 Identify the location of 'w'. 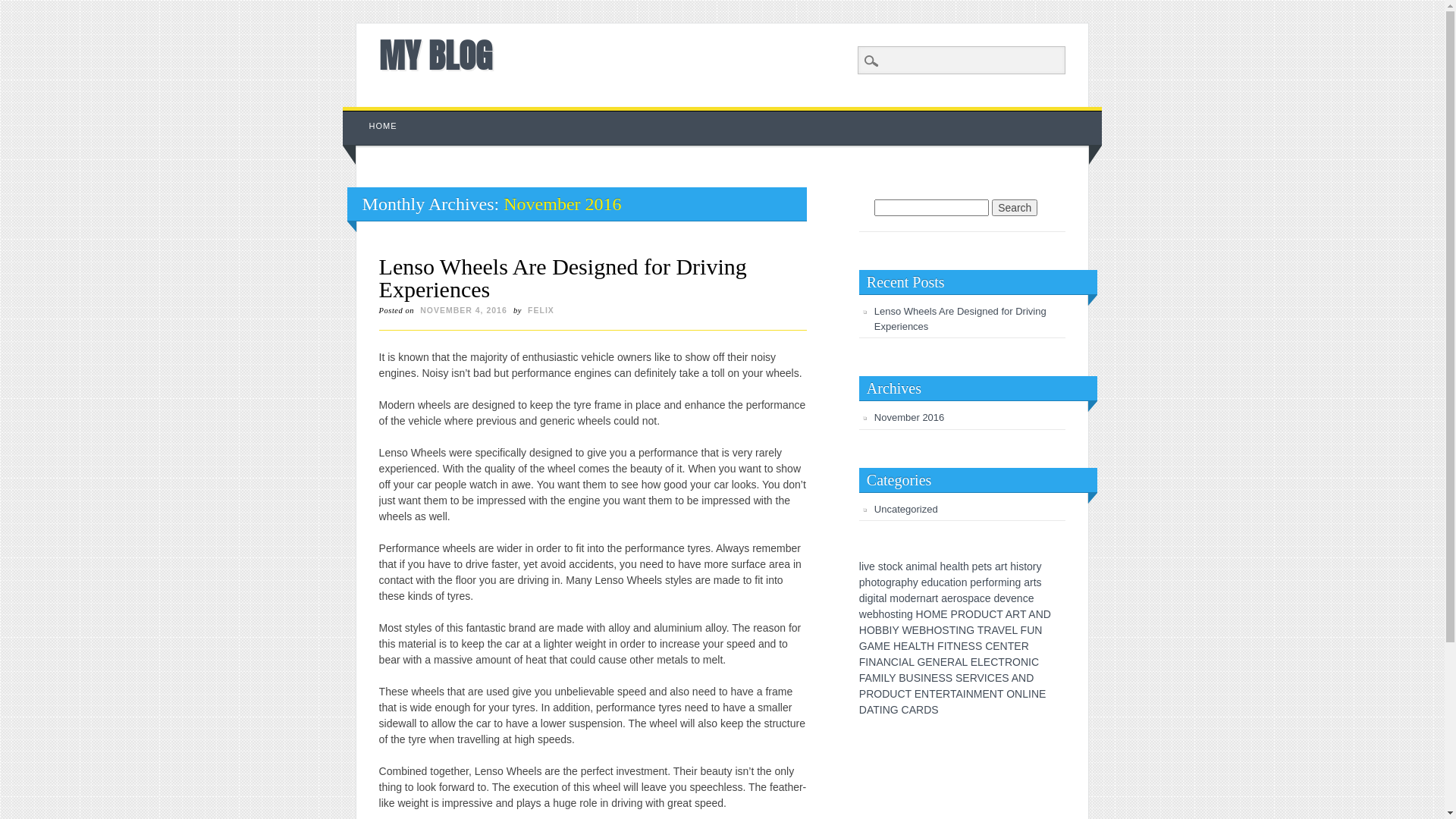
(862, 614).